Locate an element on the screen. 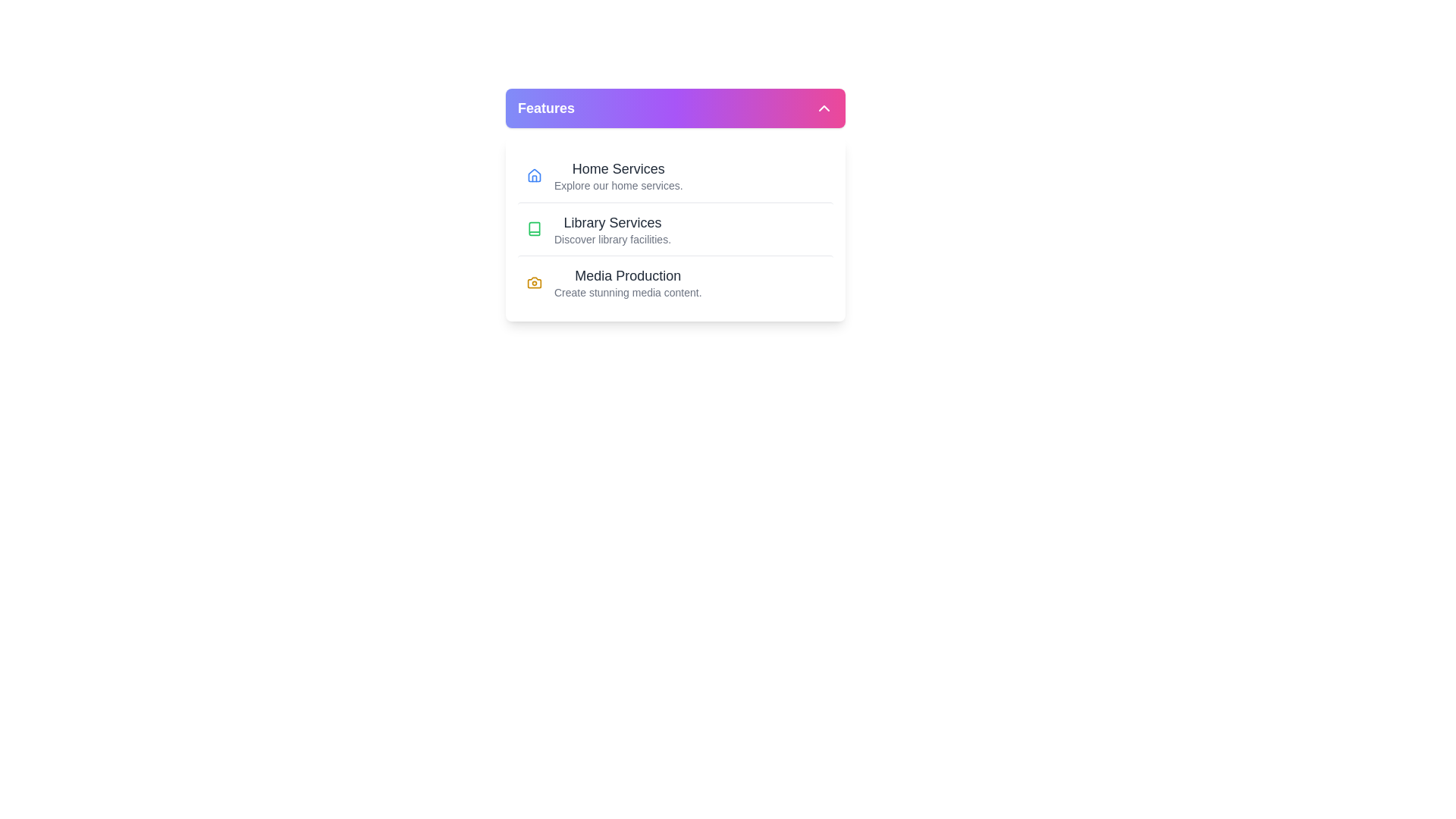 The height and width of the screenshot is (819, 1456). the topmost entry in the list of features labeled 'Home Services' is located at coordinates (618, 174).